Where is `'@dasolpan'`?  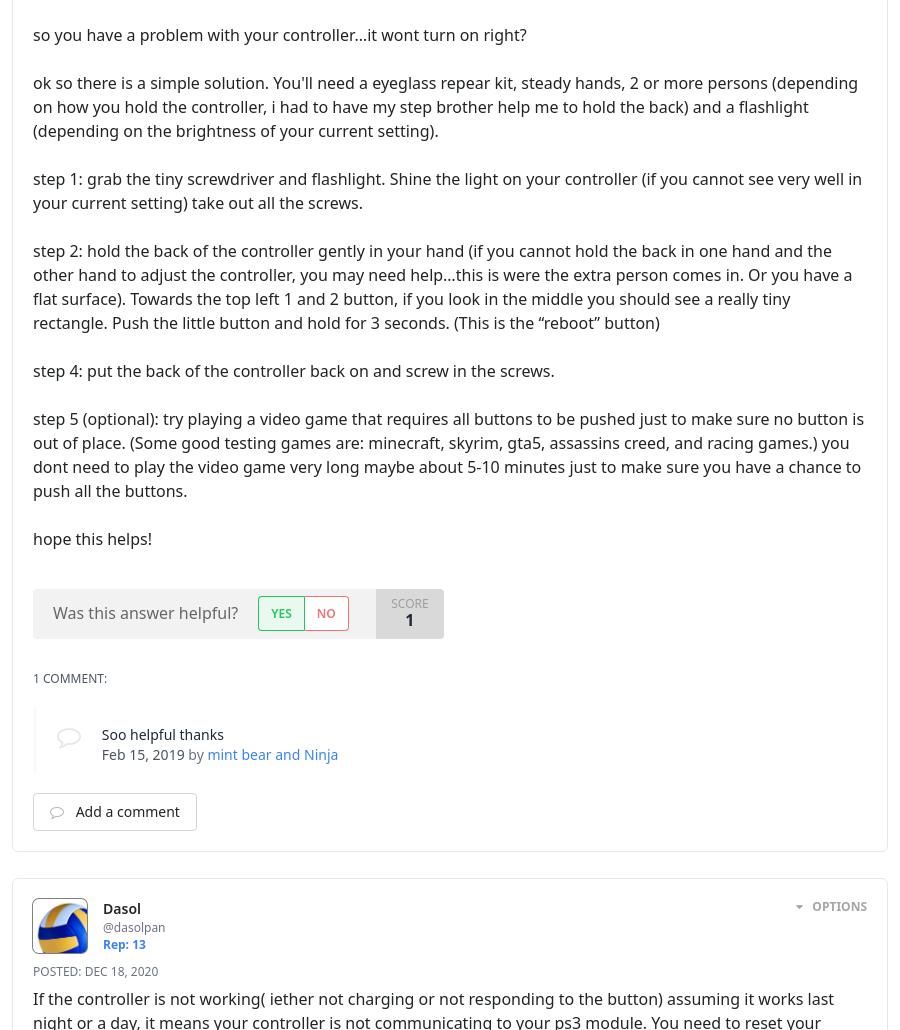 '@dasolpan' is located at coordinates (134, 926).